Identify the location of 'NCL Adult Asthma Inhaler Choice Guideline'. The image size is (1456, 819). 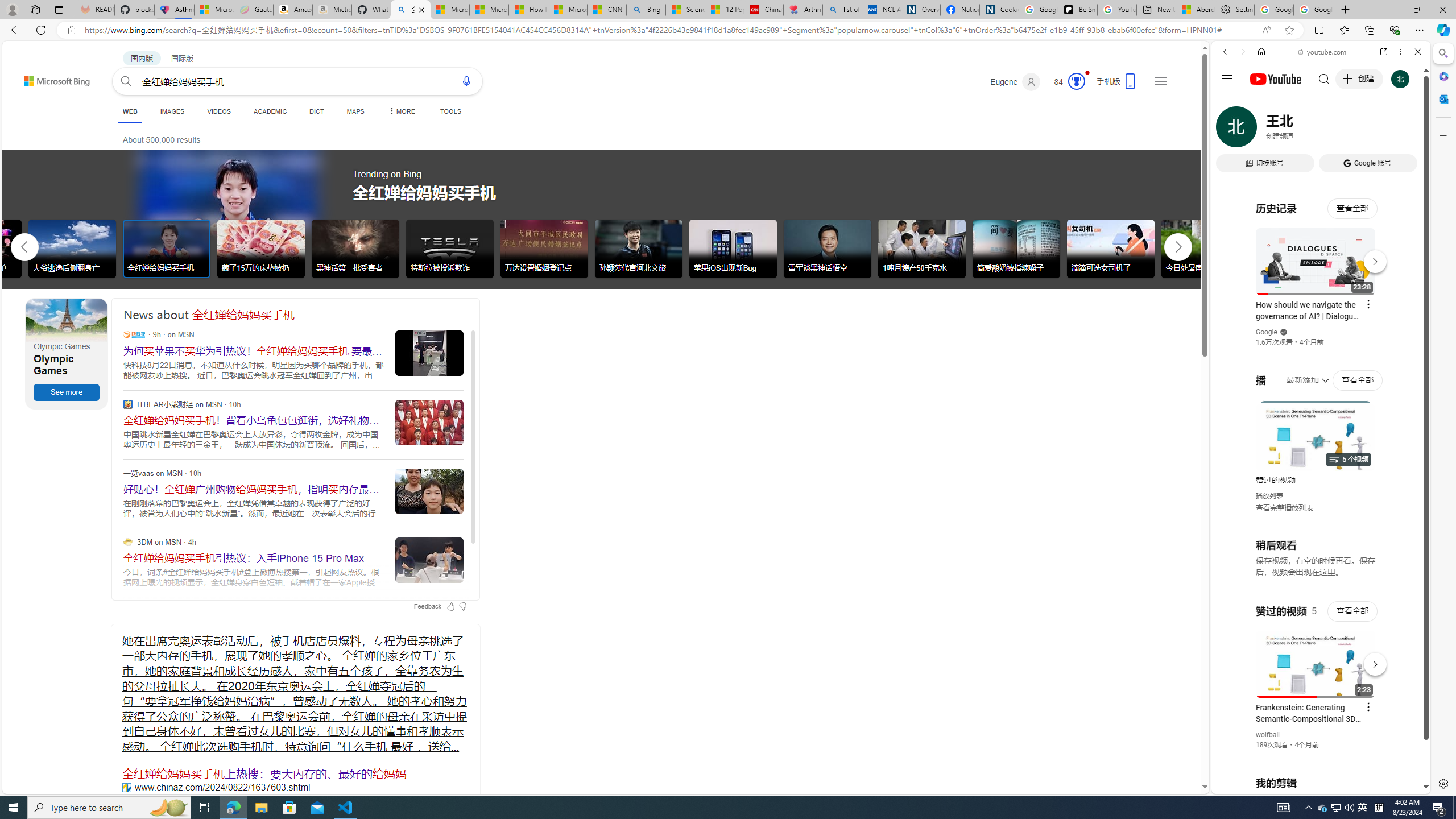
(881, 9).